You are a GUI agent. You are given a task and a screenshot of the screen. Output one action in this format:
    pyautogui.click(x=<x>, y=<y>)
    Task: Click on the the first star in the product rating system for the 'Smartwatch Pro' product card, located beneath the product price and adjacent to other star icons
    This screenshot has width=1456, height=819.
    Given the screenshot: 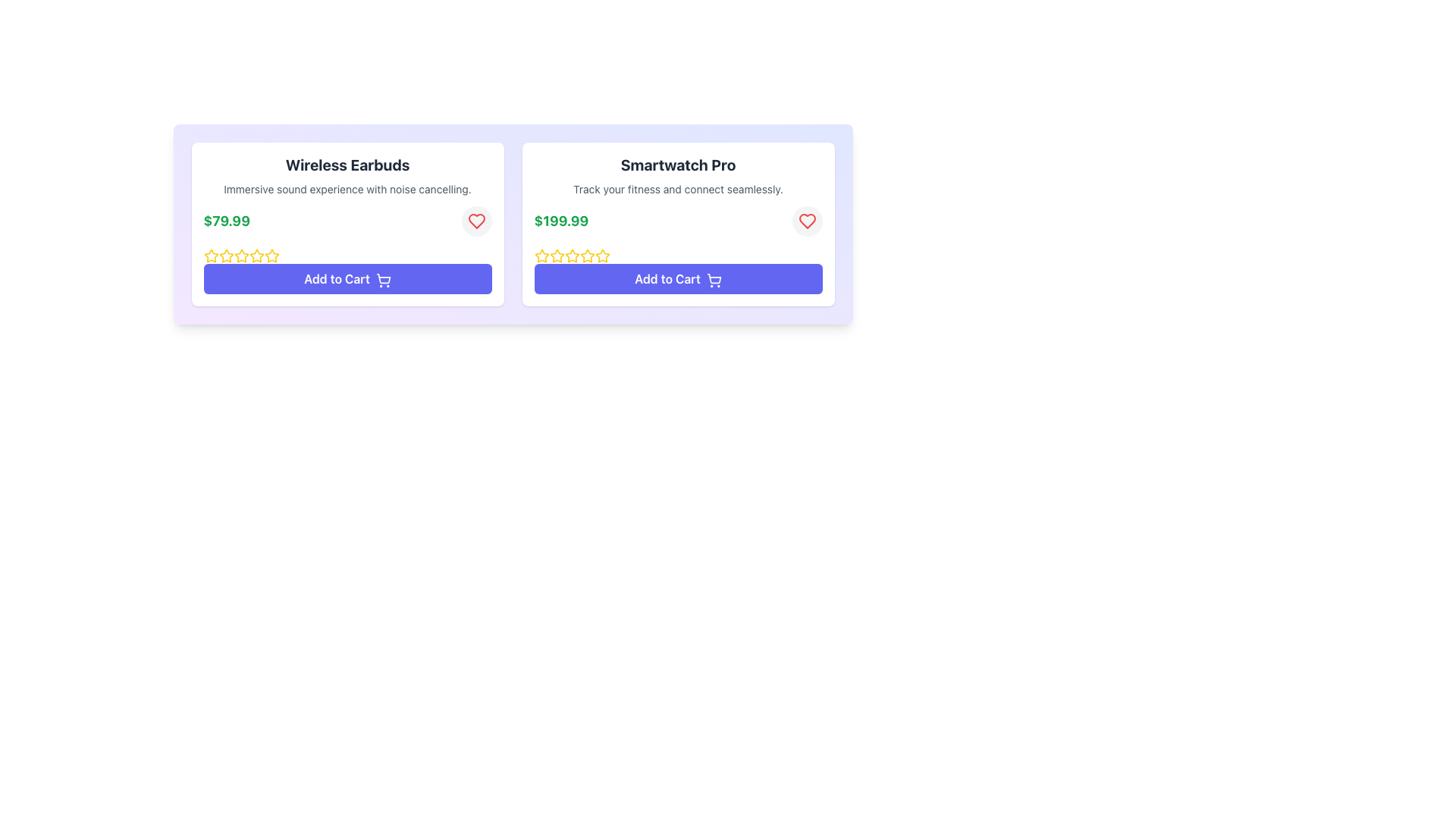 What is the action you would take?
    pyautogui.click(x=541, y=256)
    